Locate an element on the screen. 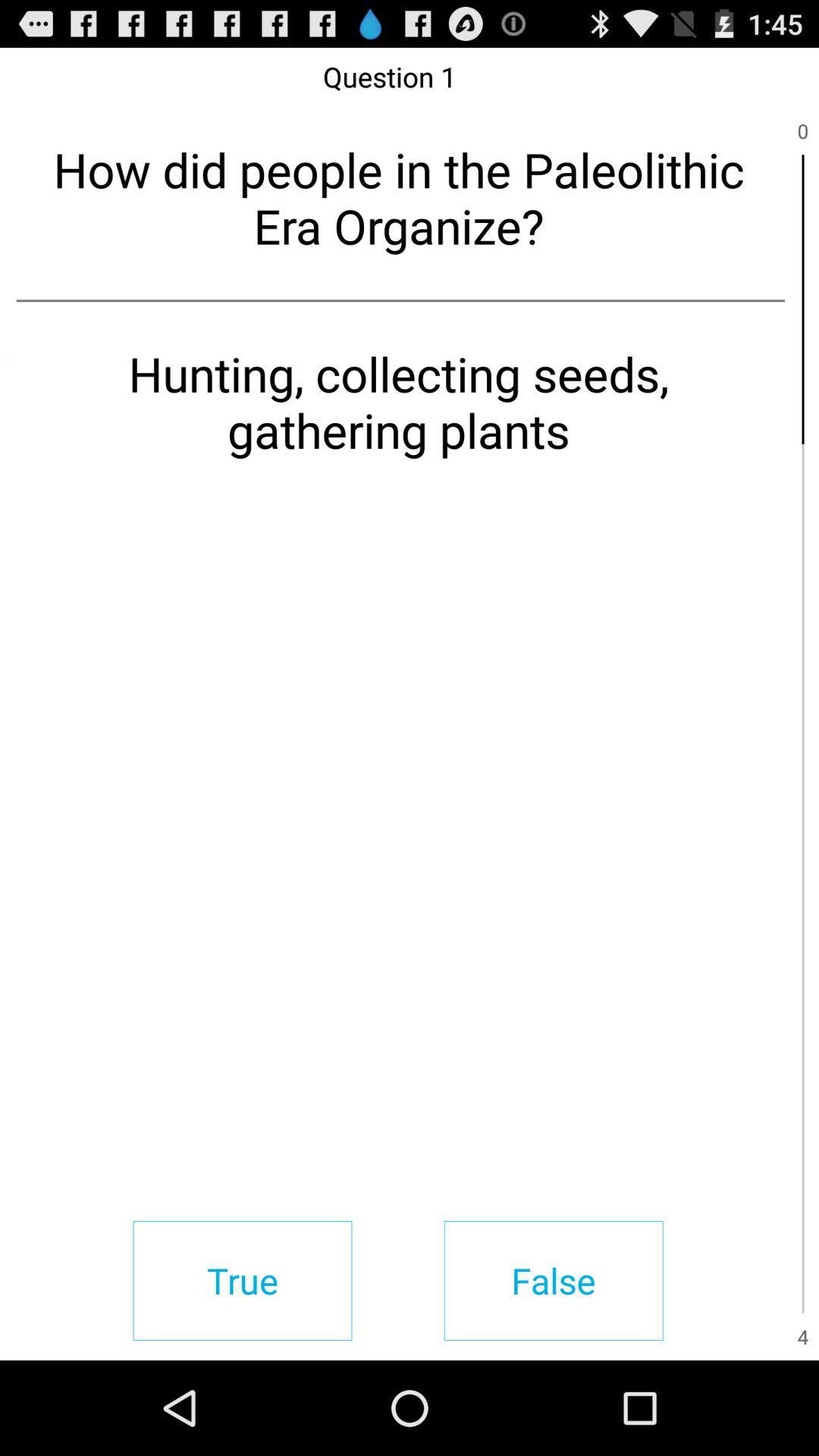 This screenshot has height=1456, width=819. the false is located at coordinates (554, 1280).